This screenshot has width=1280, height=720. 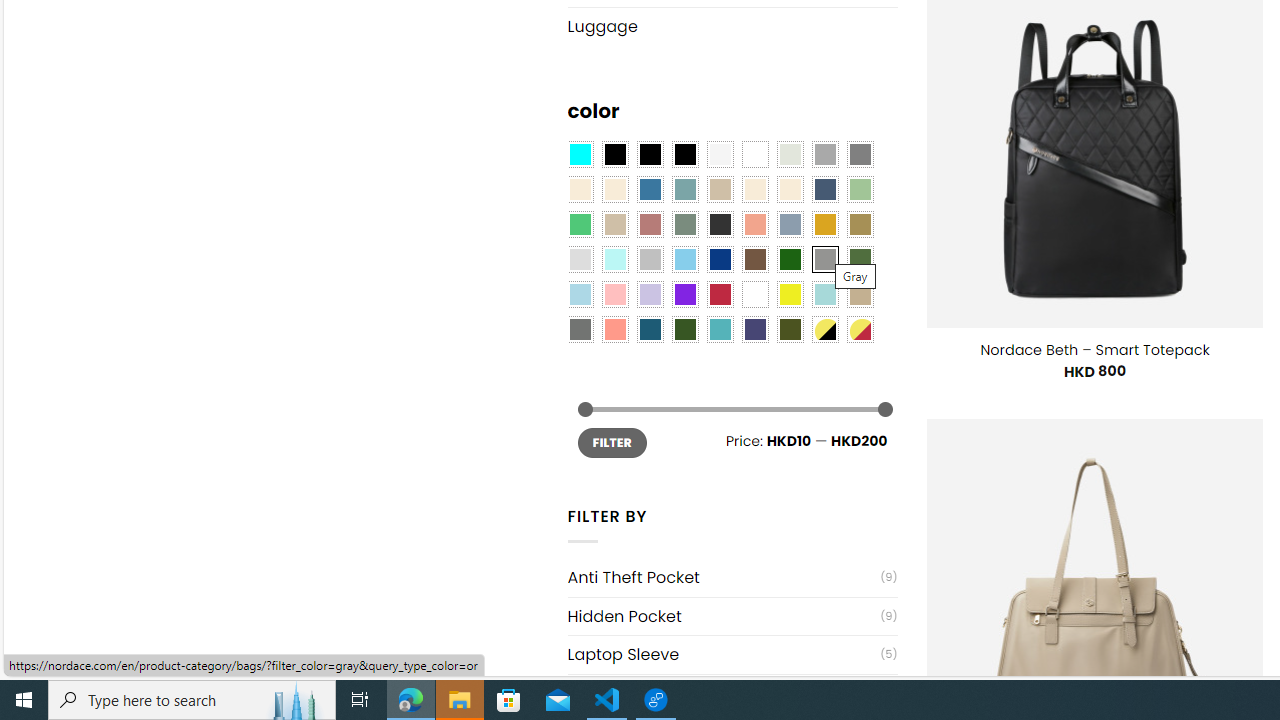 I want to click on 'Laptop Sleeve(5)', so click(x=731, y=654).